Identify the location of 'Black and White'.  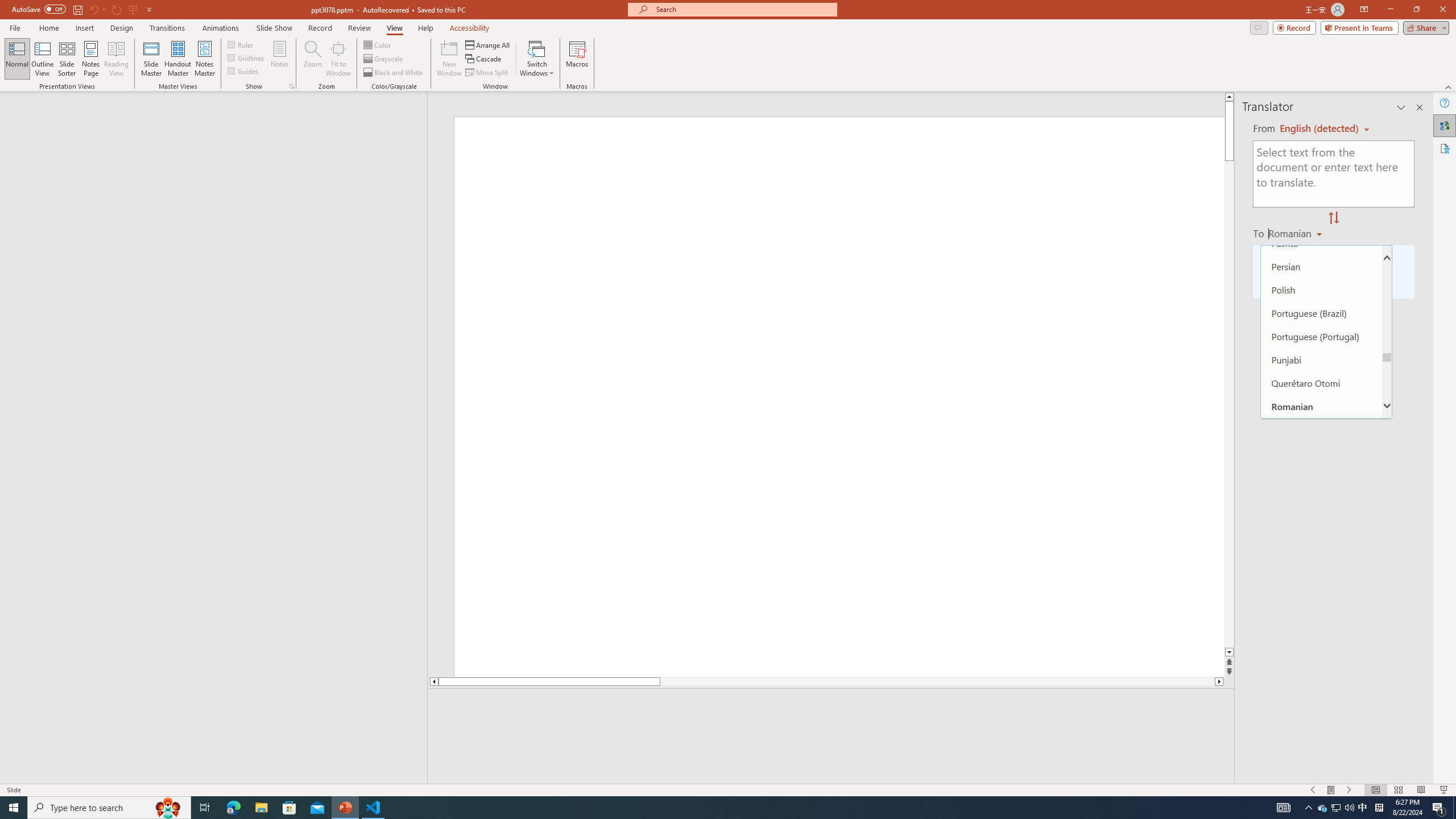
(394, 72).